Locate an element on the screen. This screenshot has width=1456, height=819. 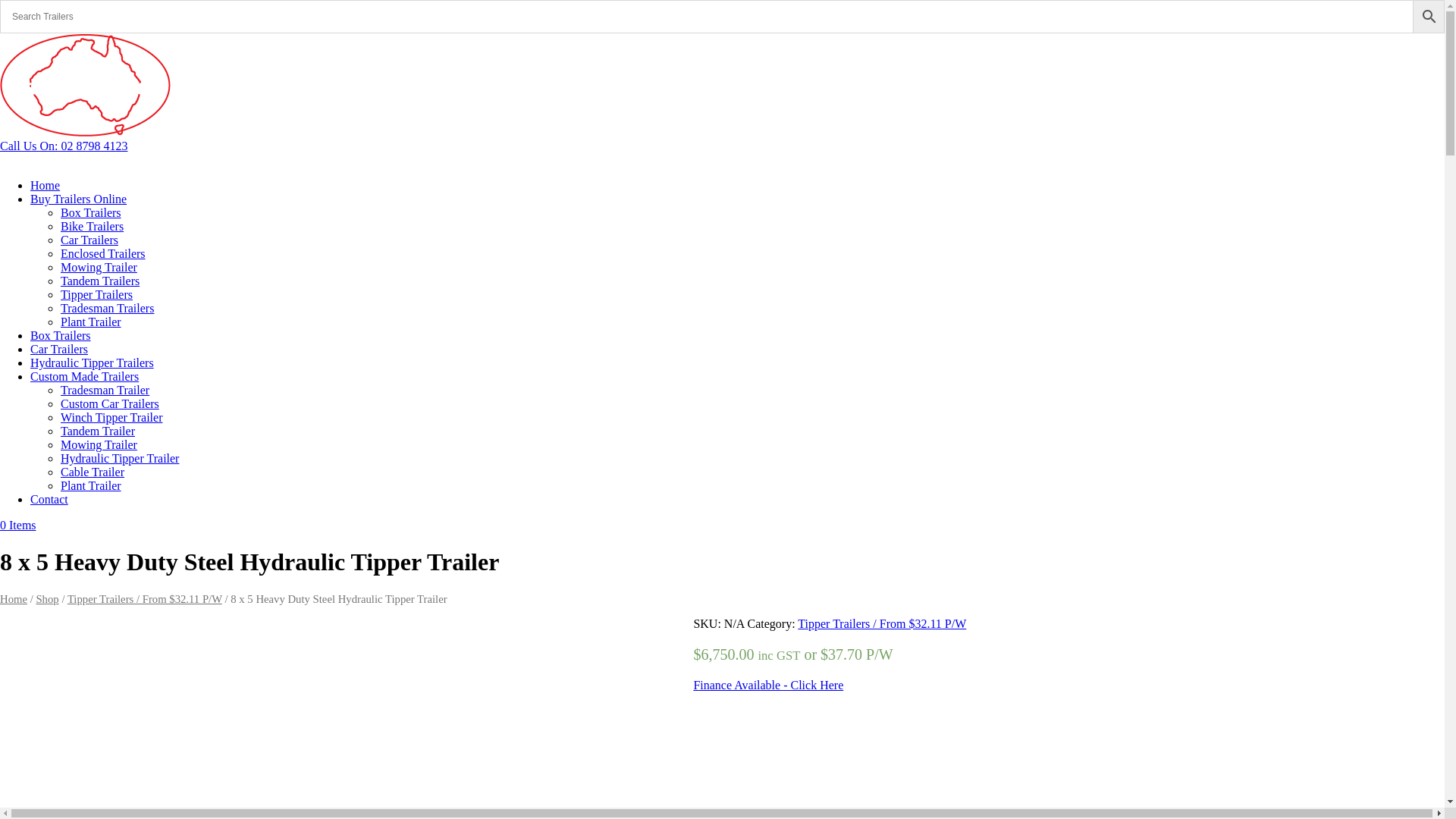
'Tandem Trailer' is located at coordinates (97, 431).